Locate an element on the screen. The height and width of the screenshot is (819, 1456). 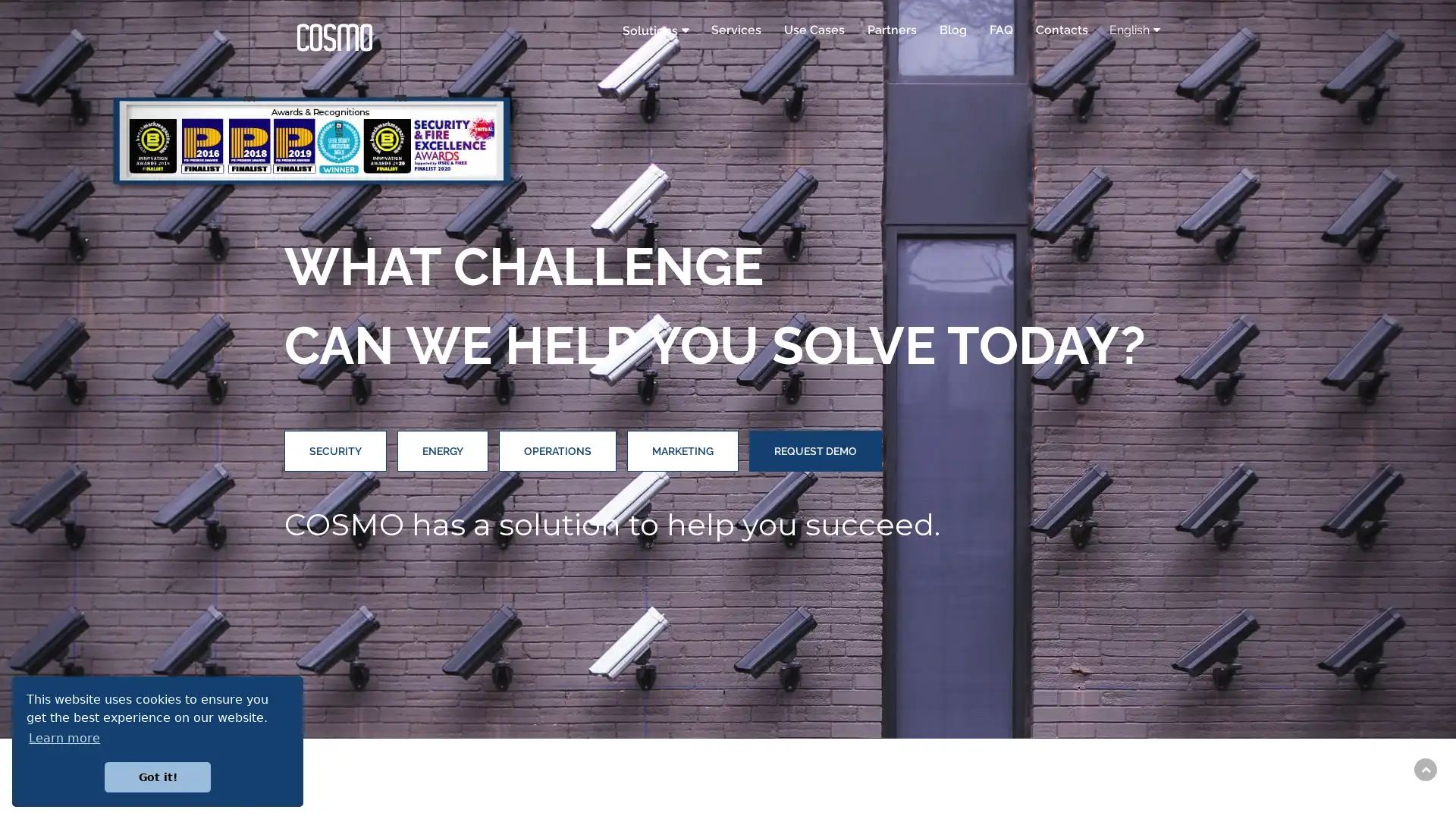
learn more about cookies is located at coordinates (64, 737).